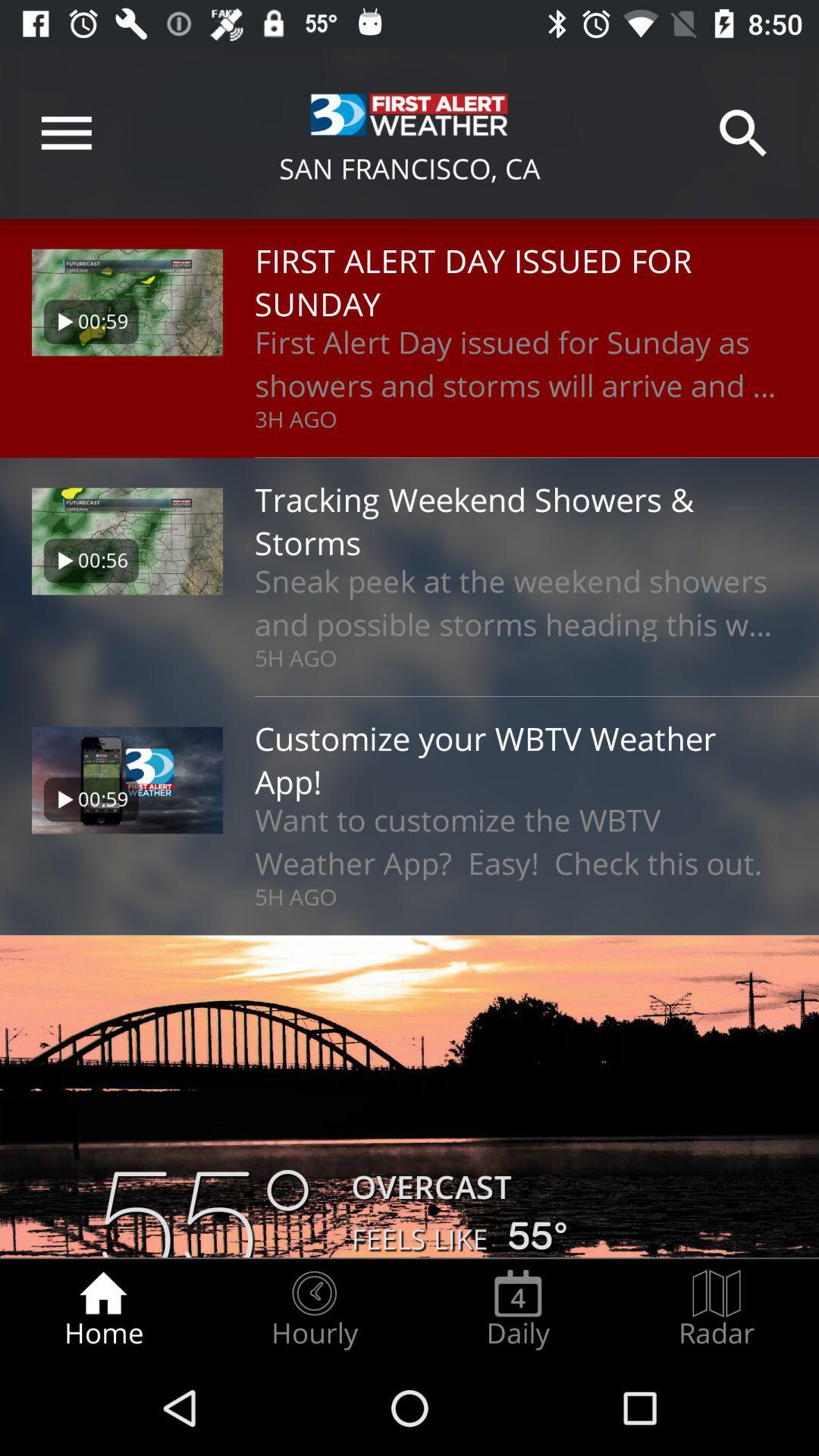 This screenshot has width=819, height=1456. I want to click on icon to the left of daily item, so click(313, 1309).